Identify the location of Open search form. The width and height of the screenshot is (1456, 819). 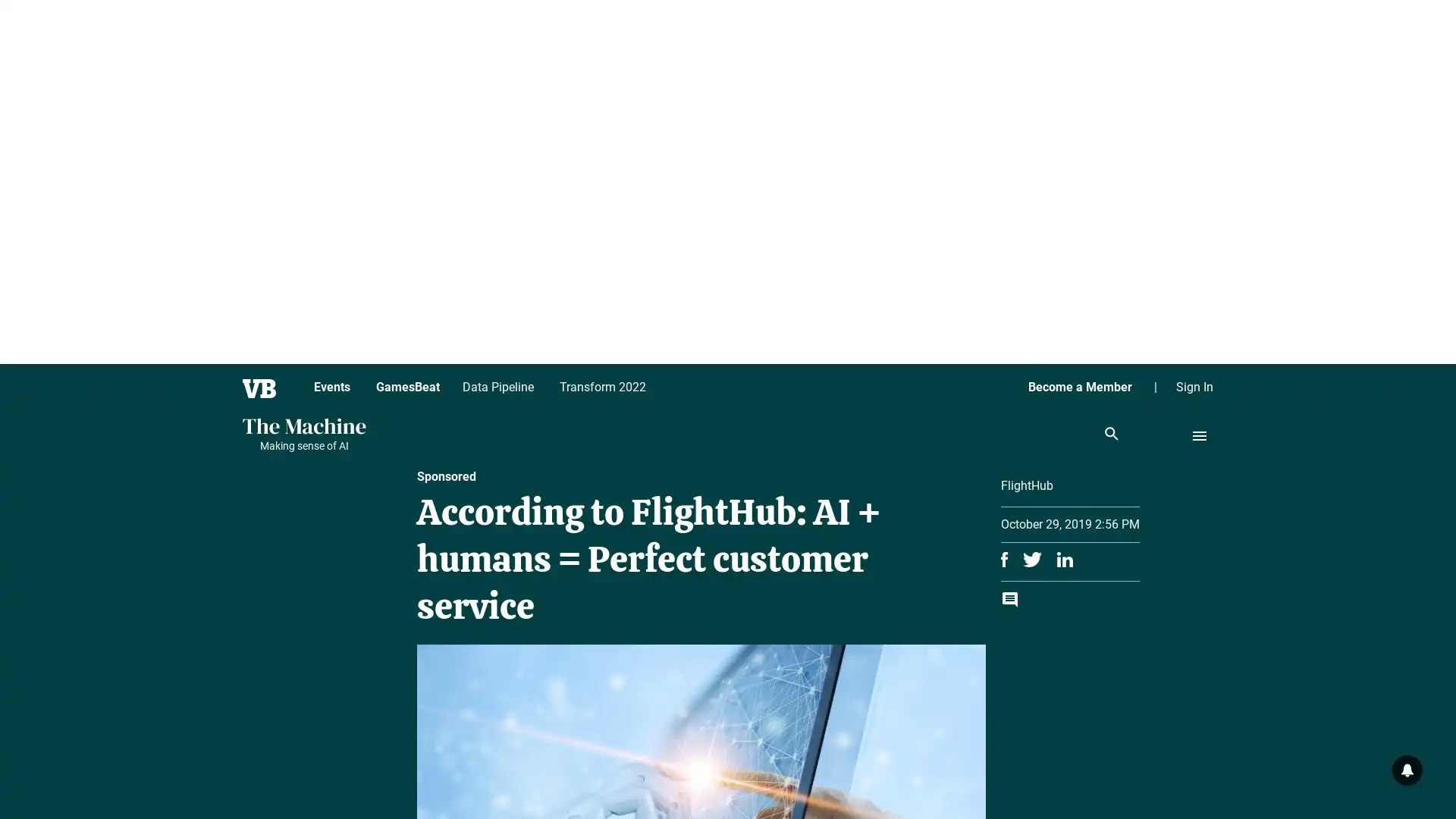
(1111, 435).